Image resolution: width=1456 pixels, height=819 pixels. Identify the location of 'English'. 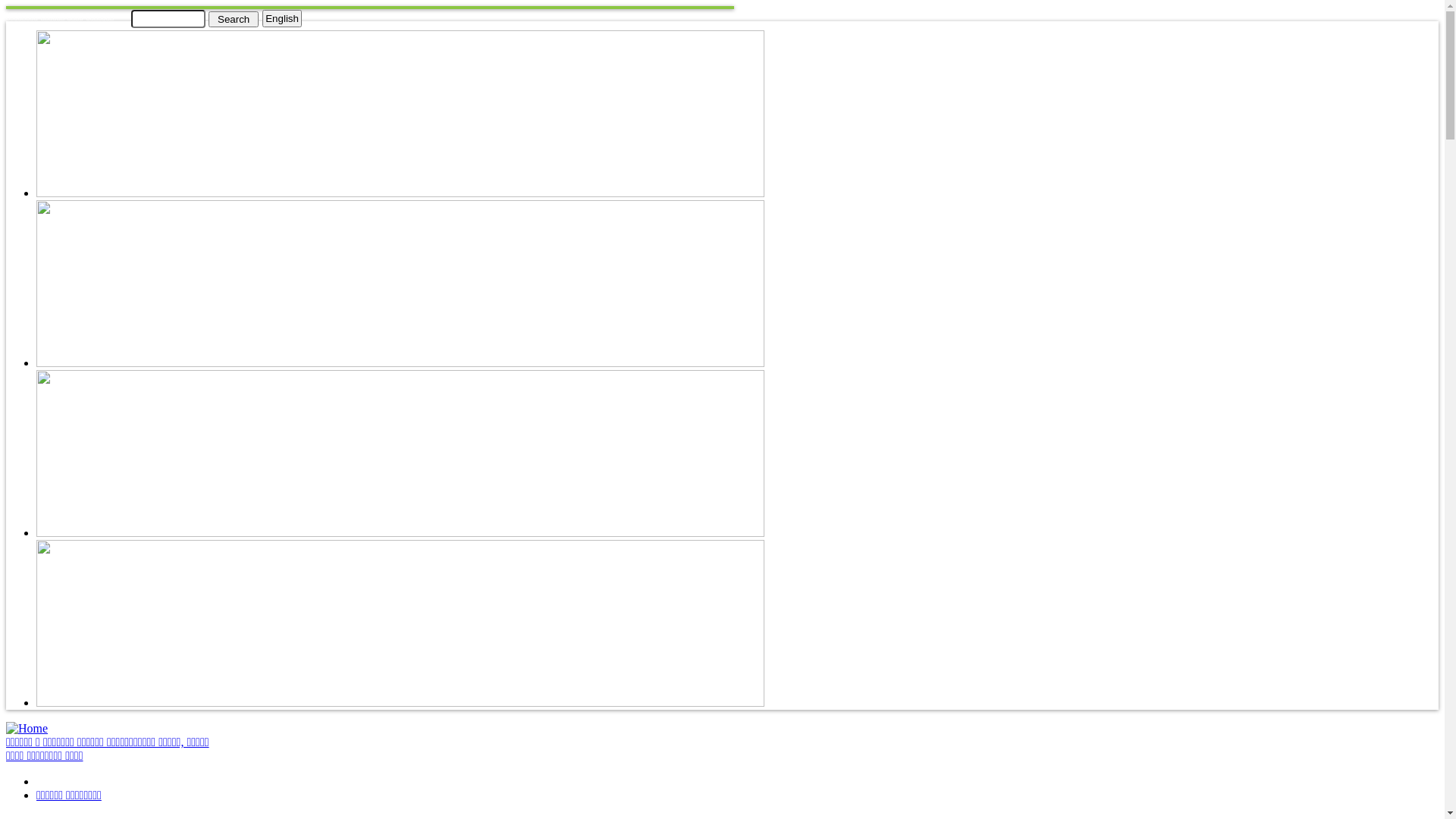
(282, 18).